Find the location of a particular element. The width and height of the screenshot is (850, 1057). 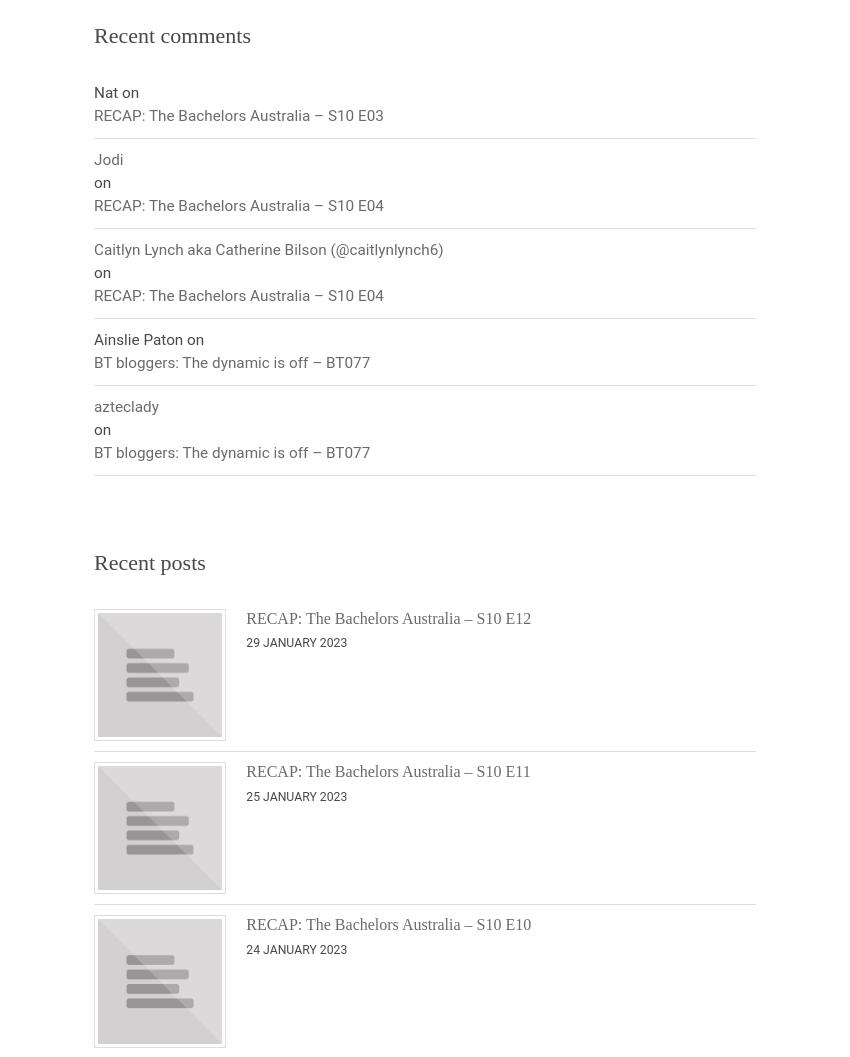

'24 January 2023' is located at coordinates (295, 950).